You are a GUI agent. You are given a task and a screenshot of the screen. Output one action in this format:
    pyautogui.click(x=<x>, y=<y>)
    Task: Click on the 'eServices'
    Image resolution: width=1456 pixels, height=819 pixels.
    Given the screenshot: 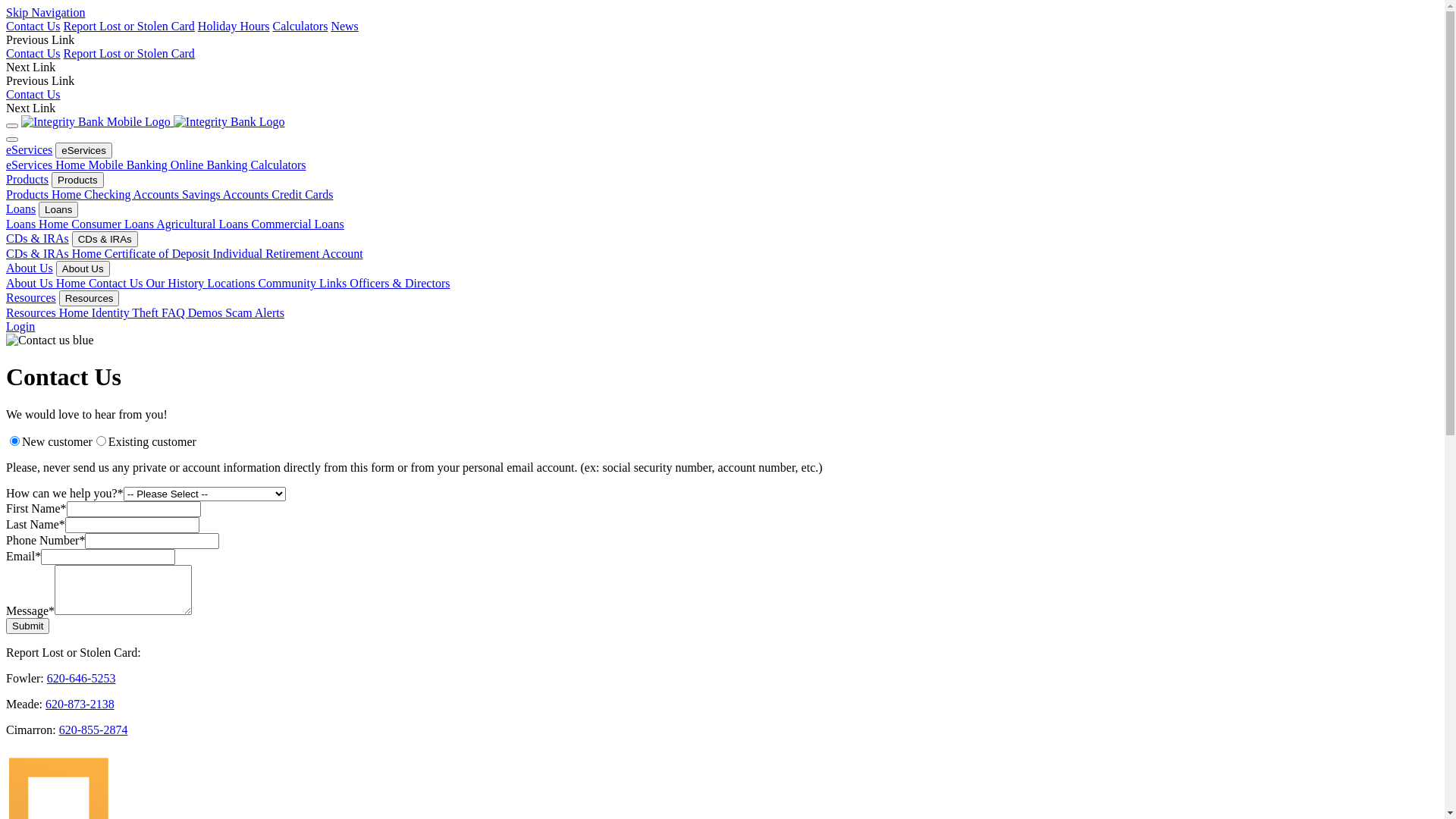 What is the action you would take?
    pyautogui.click(x=83, y=150)
    